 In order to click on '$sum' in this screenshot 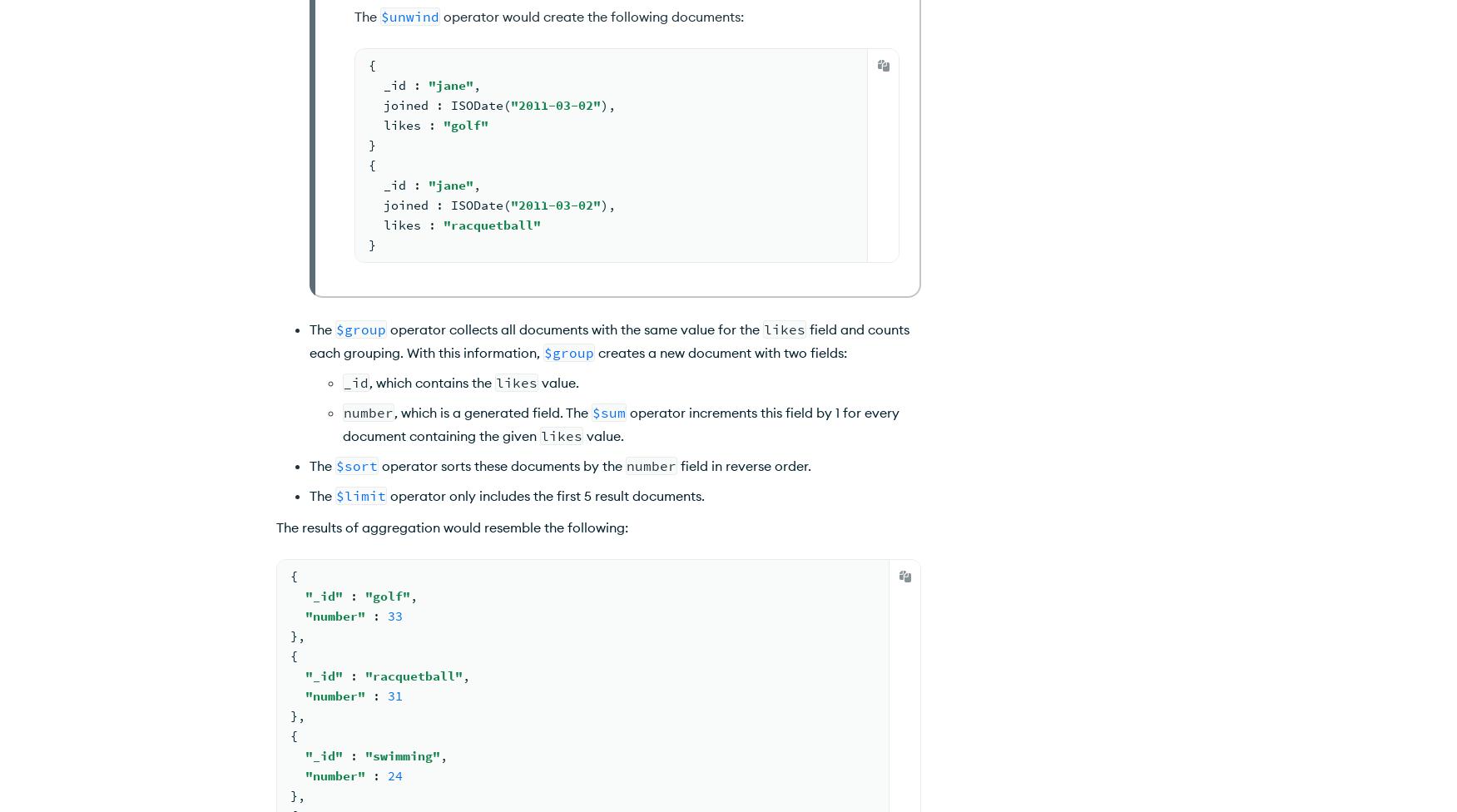, I will do `click(608, 413)`.